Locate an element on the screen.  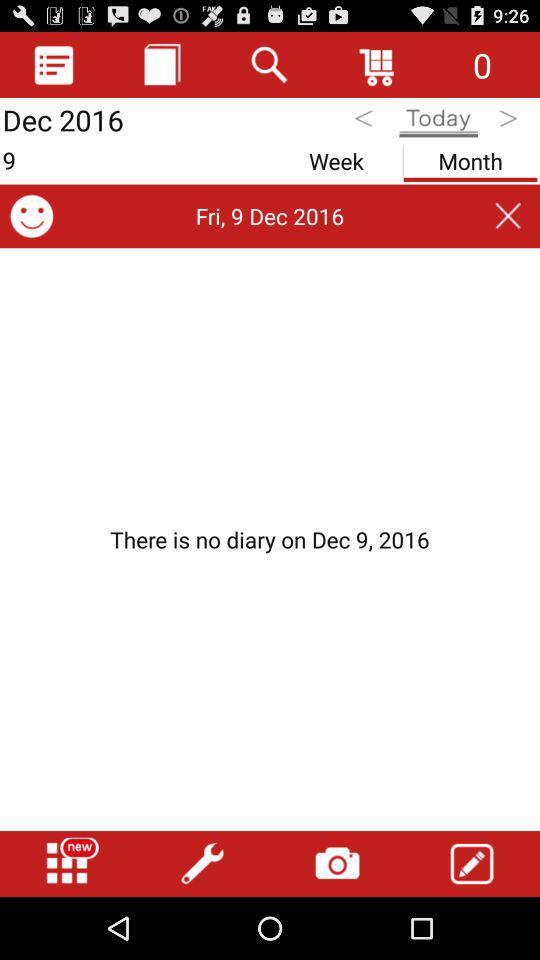
delete entry is located at coordinates (508, 216).